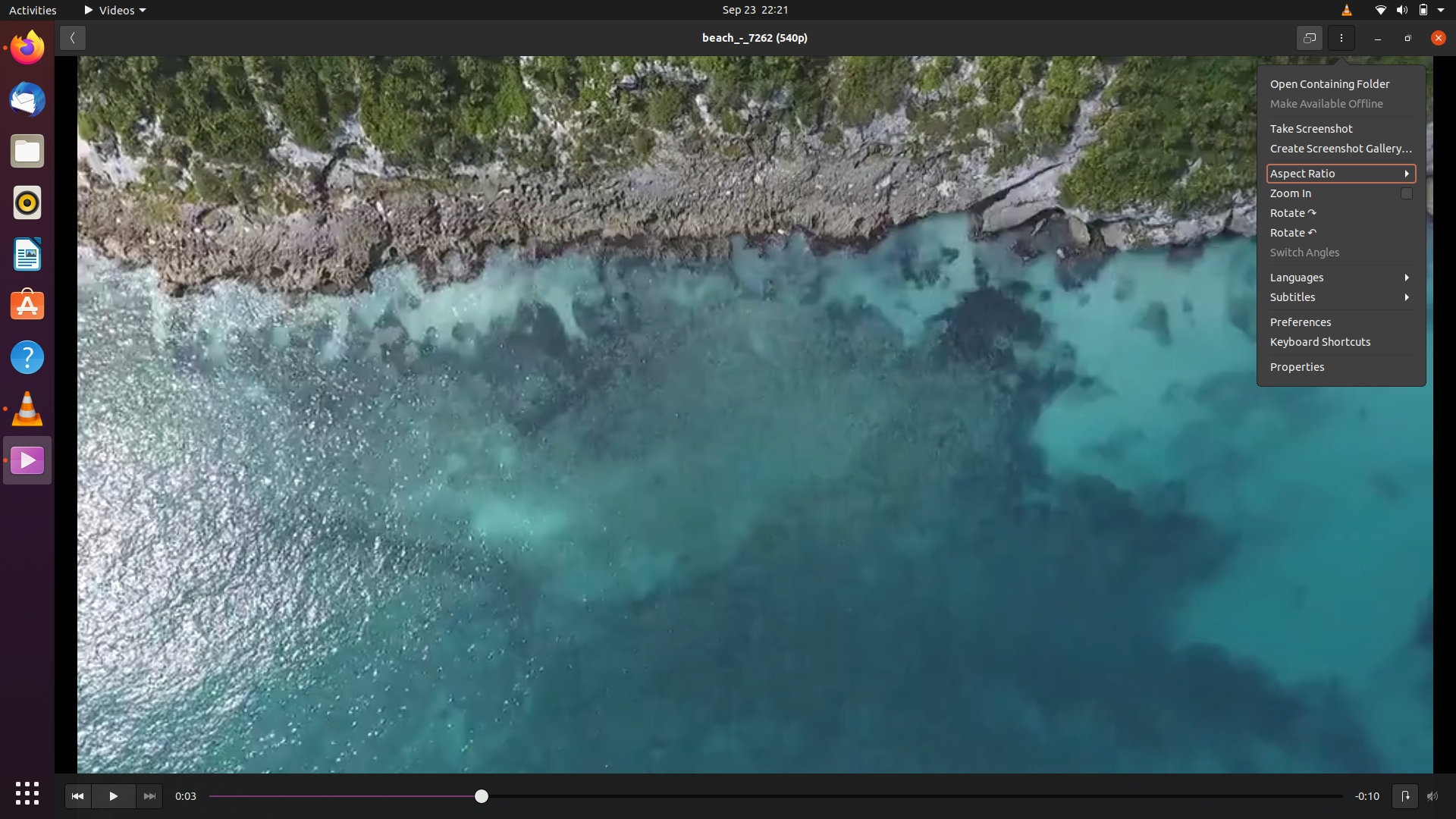 The height and width of the screenshot is (819, 1456). I want to click on the second language in the subtitle options, so click(1343, 297).